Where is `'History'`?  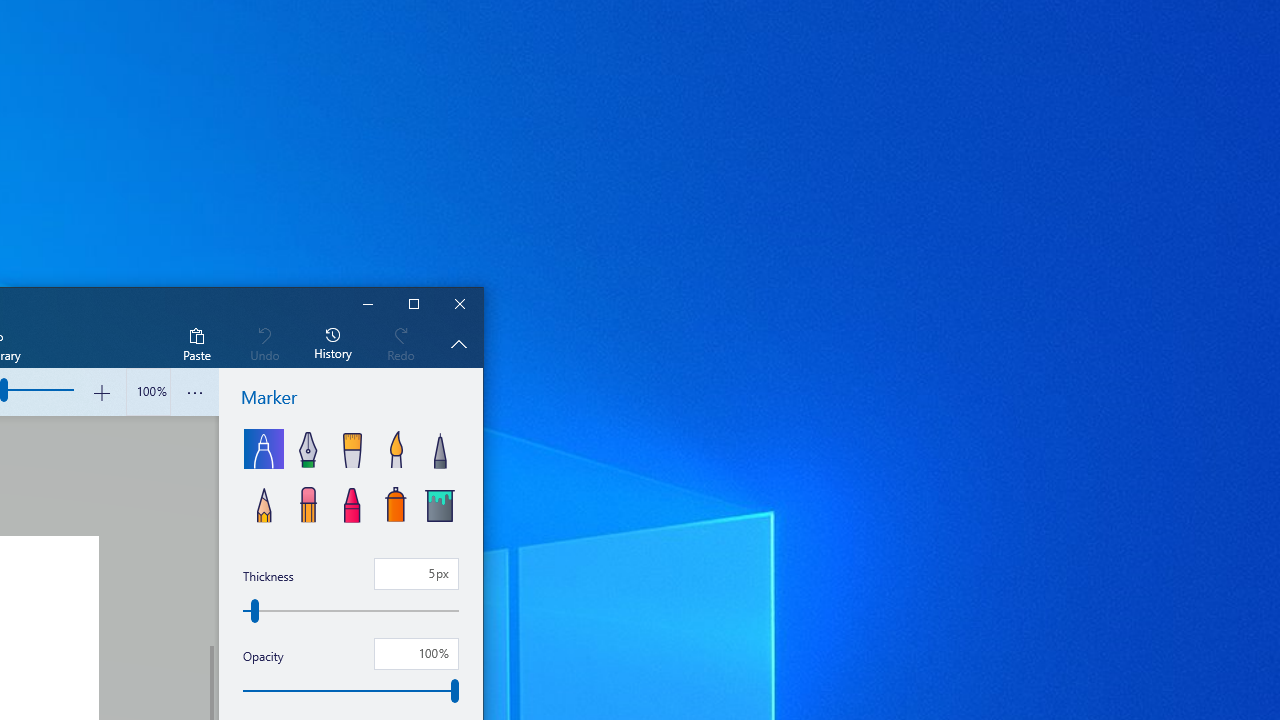 'History' is located at coordinates (333, 342).